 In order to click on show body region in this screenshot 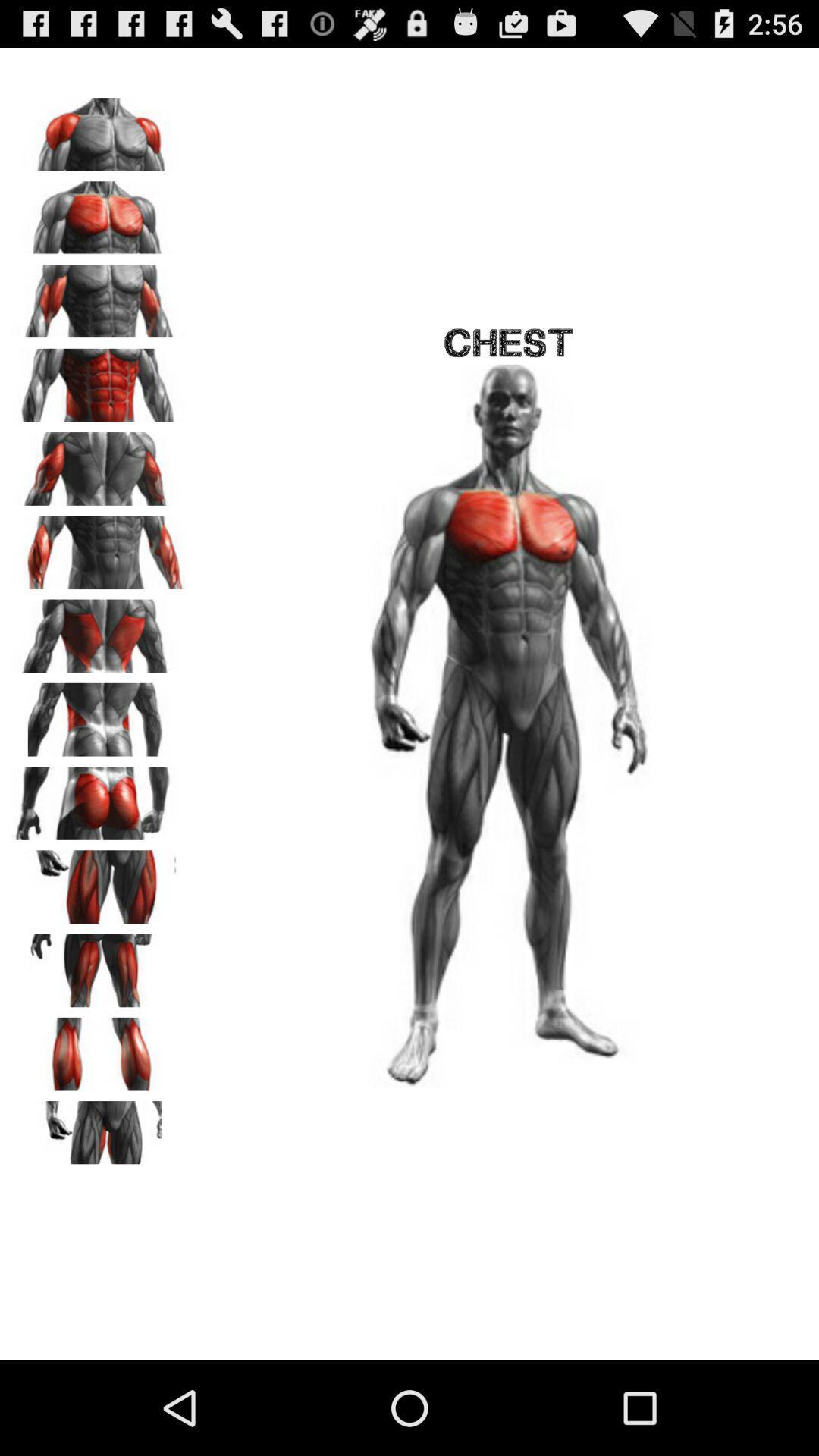, I will do `click(99, 1132)`.